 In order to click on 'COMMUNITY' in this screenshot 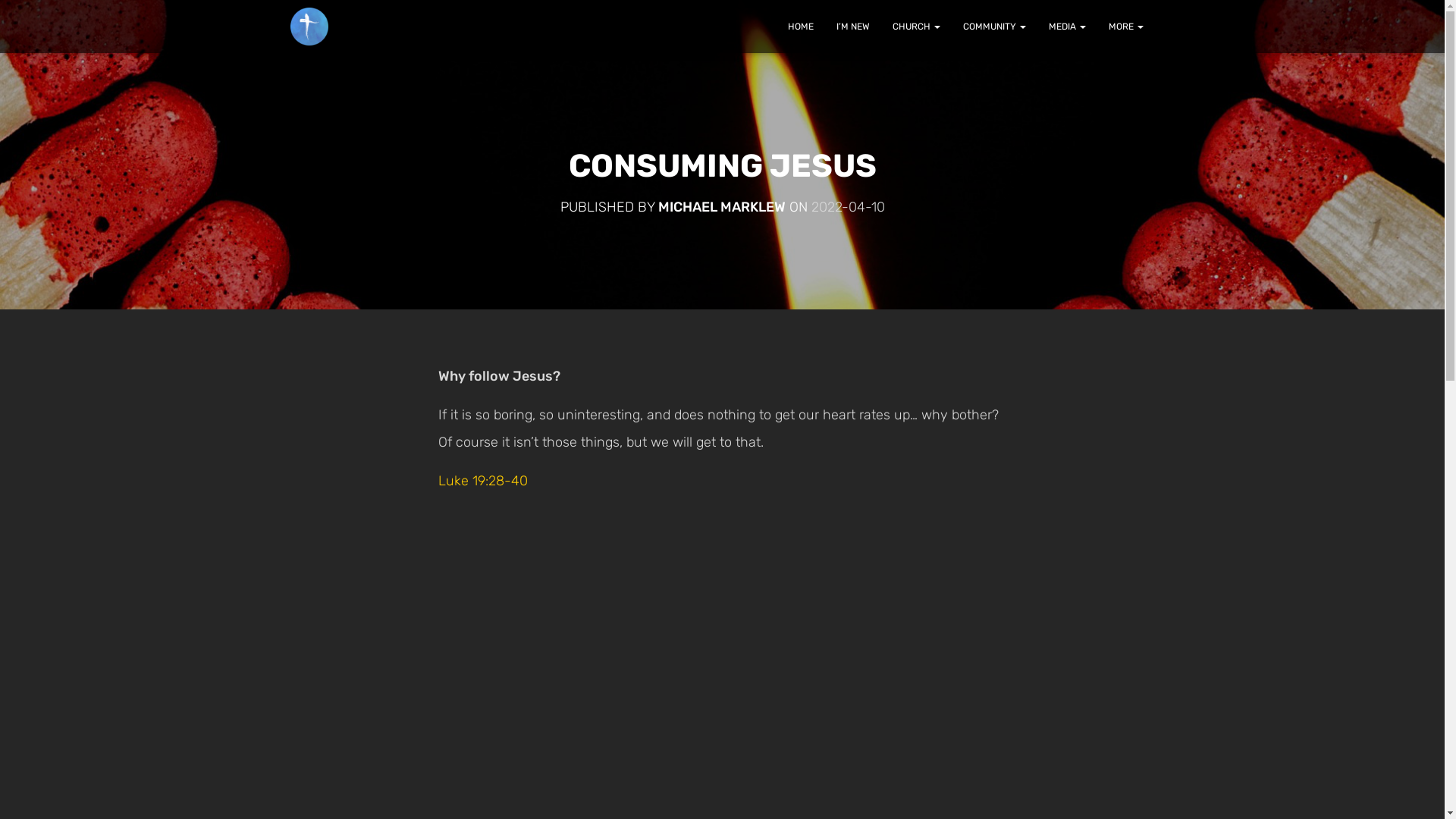, I will do `click(993, 26)`.